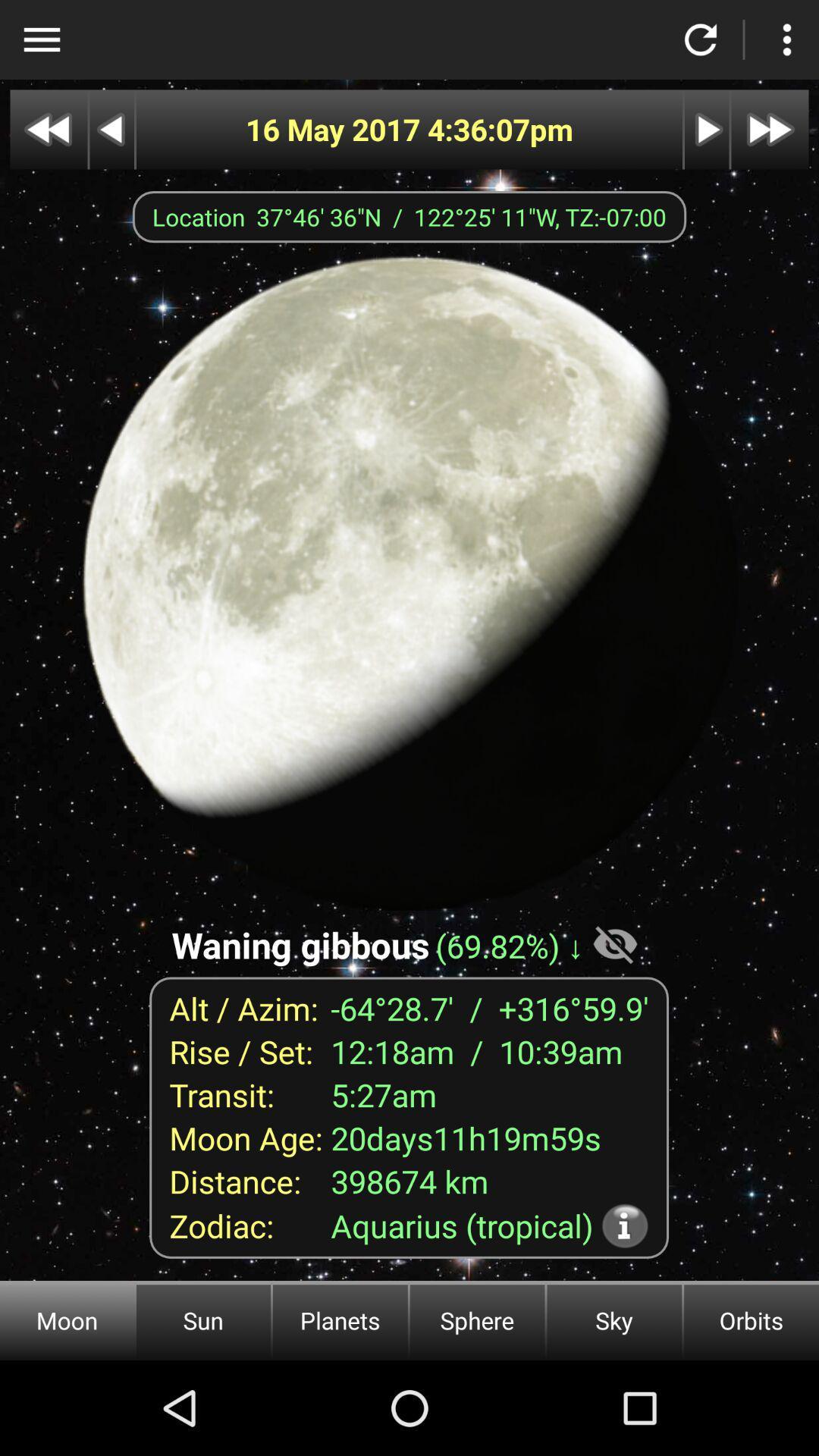  What do you see at coordinates (335, 130) in the screenshot?
I see `icon next to 4:36:07 item` at bounding box center [335, 130].